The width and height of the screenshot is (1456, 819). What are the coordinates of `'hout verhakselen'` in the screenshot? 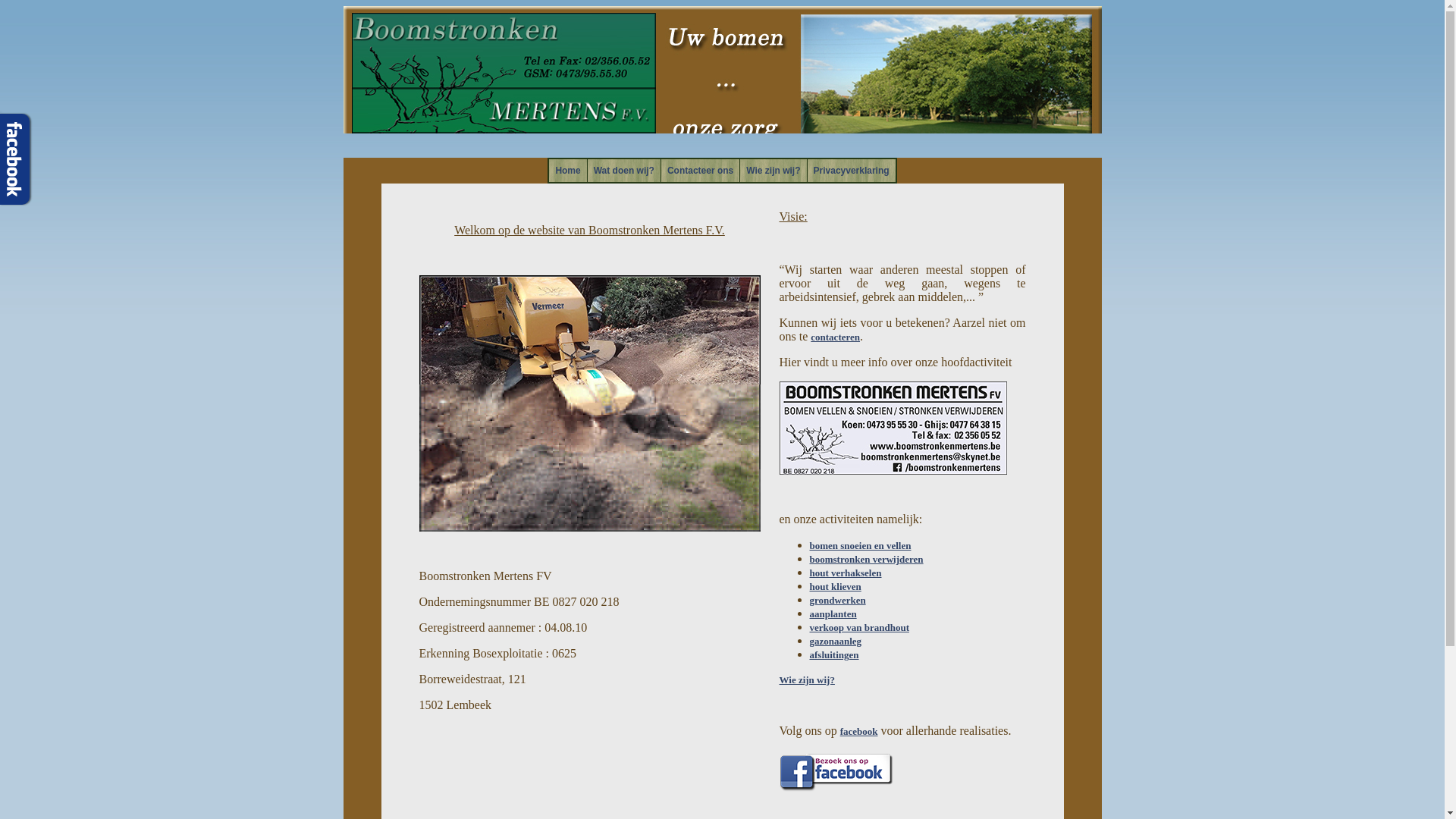 It's located at (845, 573).